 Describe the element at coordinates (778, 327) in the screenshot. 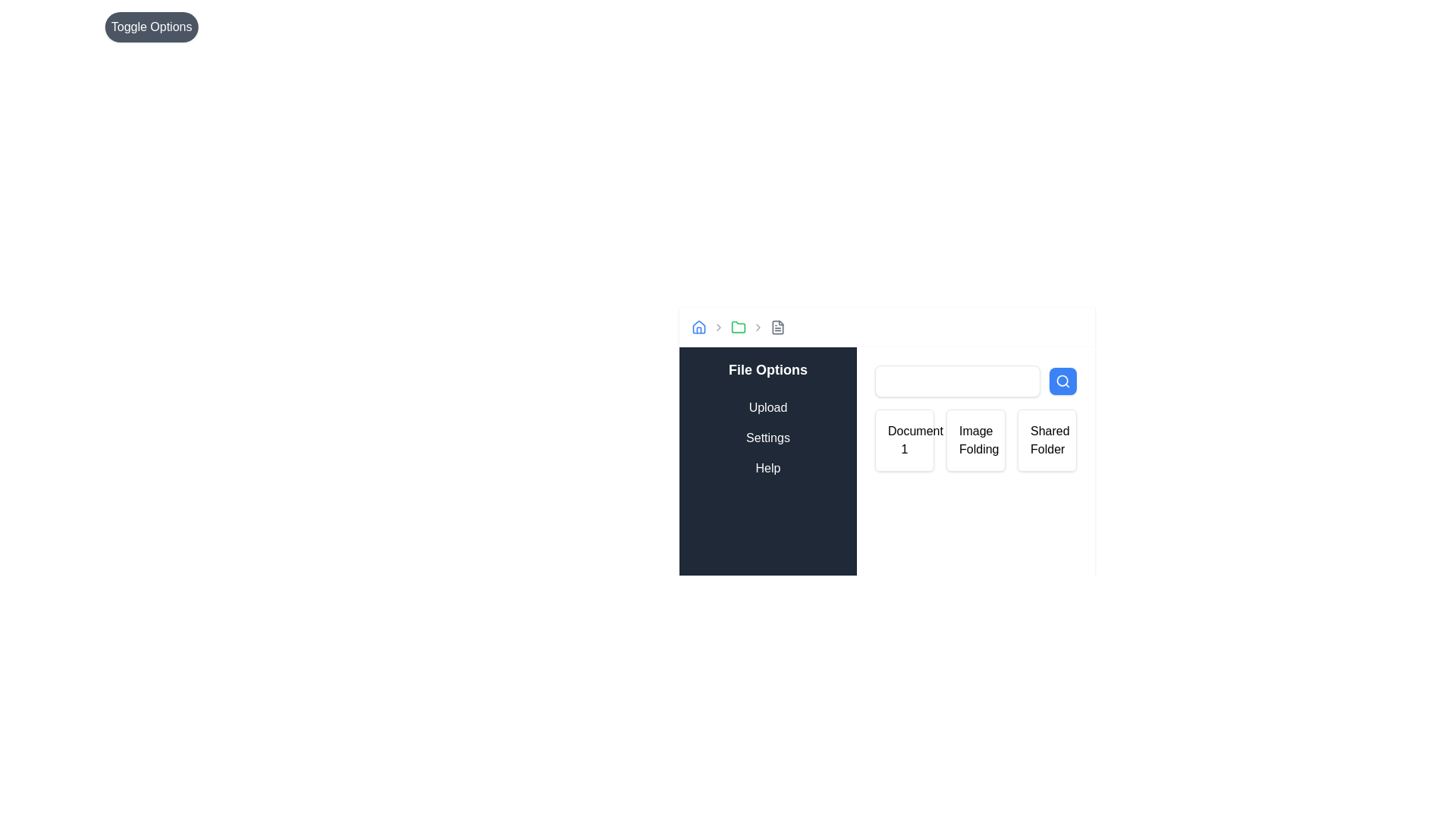

I see `the file icon in the horizontal navigation bar` at that location.